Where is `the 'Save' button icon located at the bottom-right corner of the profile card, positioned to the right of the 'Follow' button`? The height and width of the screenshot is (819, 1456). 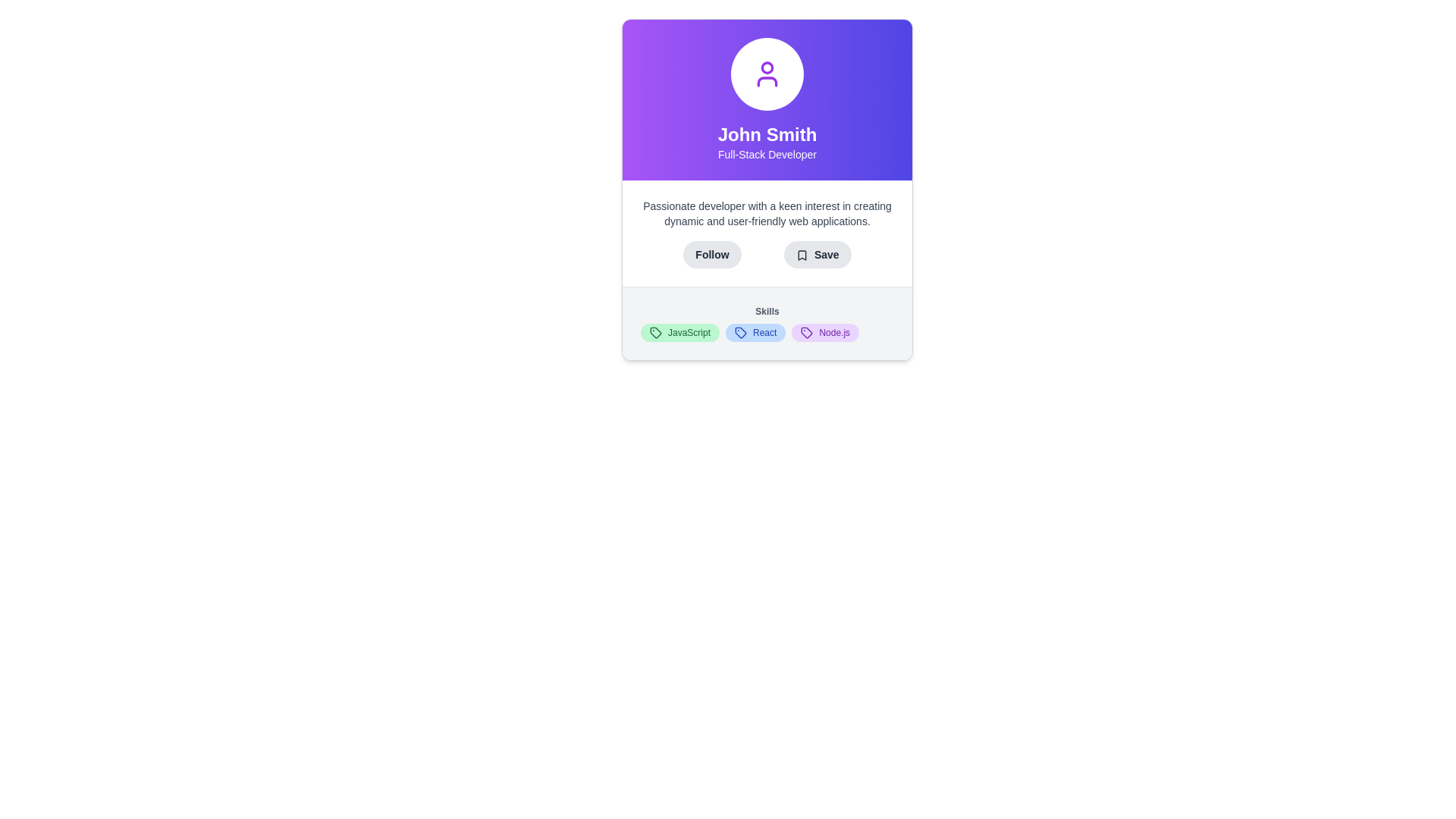
the 'Save' button icon located at the bottom-right corner of the profile card, positioned to the right of the 'Follow' button is located at coordinates (802, 255).